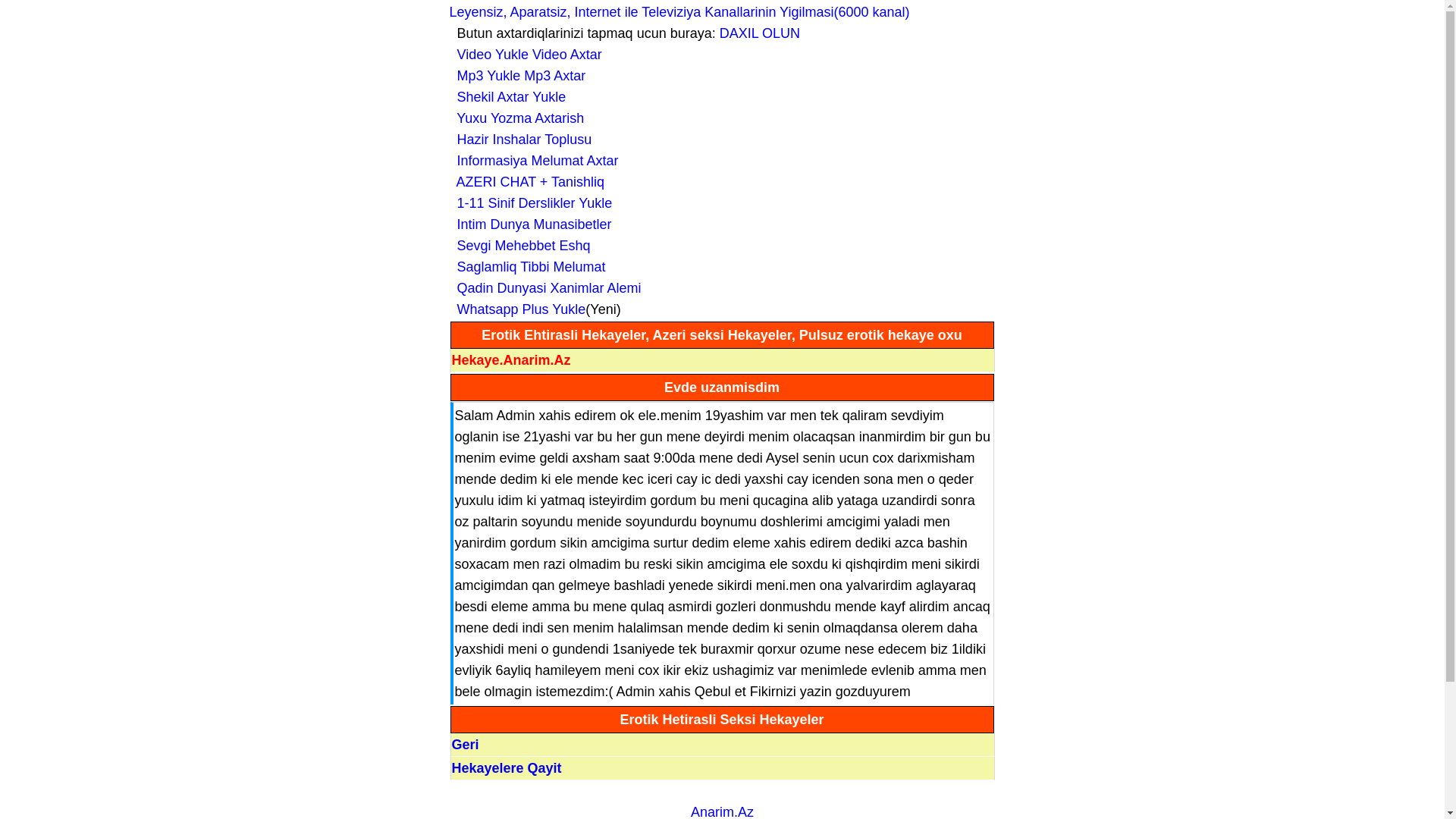 This screenshot has width=1456, height=819. I want to click on '  Hazir Inshalar Toplusu', so click(447, 140).